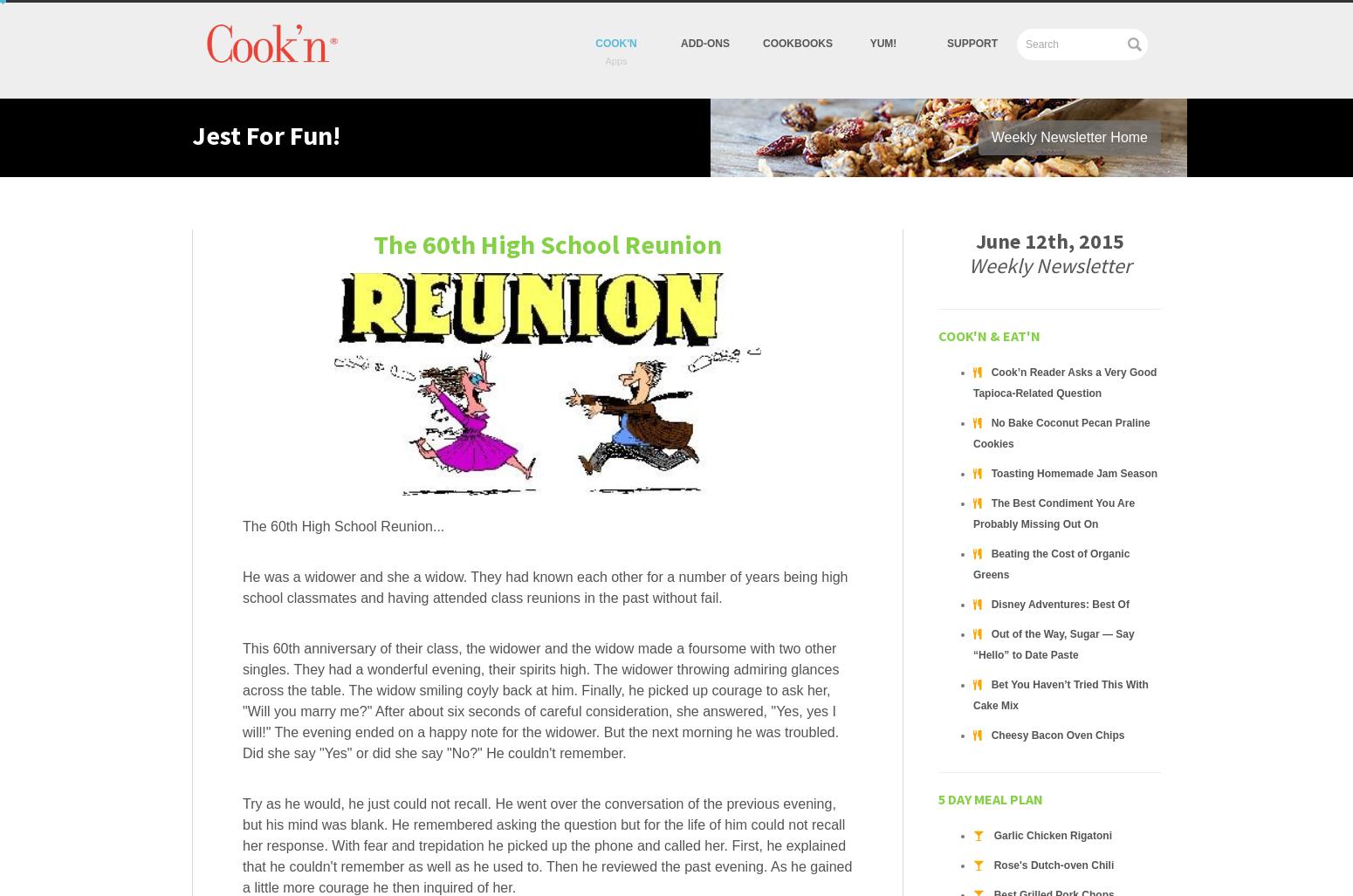 The height and width of the screenshot is (896, 1353). I want to click on 'Out of the Way, Sugar — Say “Hello” to Date Paste', so click(1053, 645).